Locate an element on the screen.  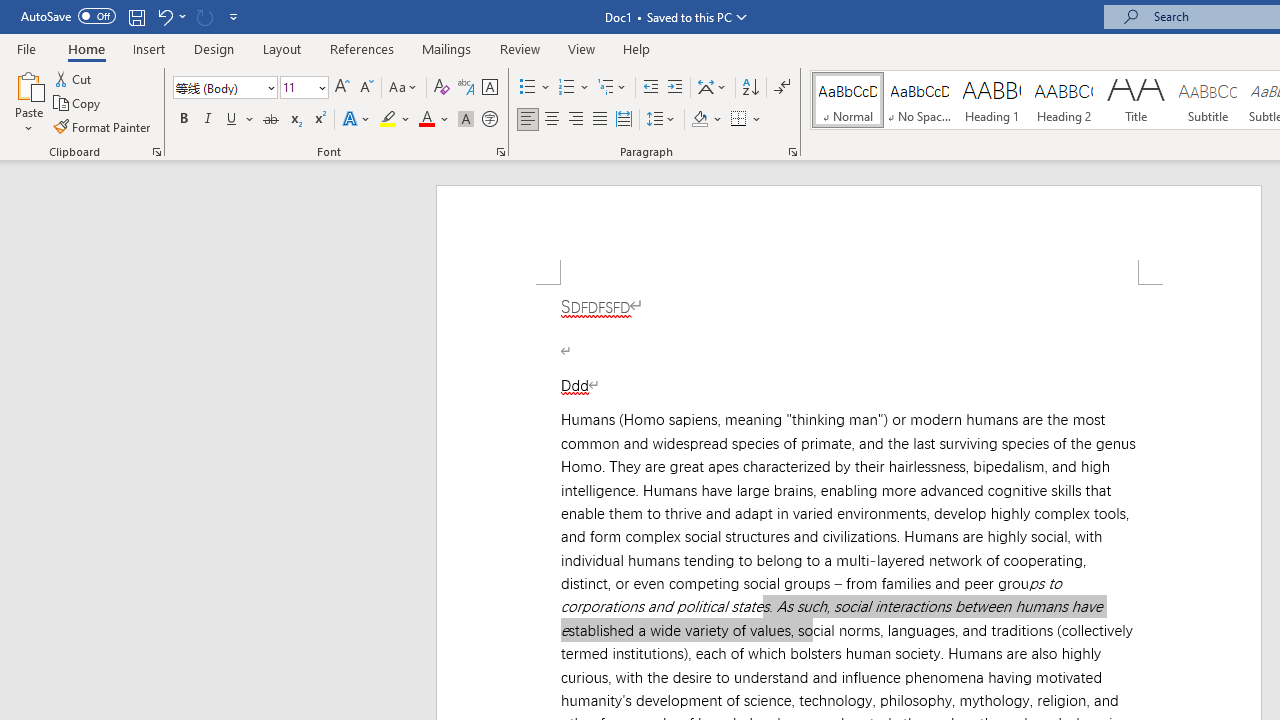
'Strikethrough' is located at coordinates (269, 119).